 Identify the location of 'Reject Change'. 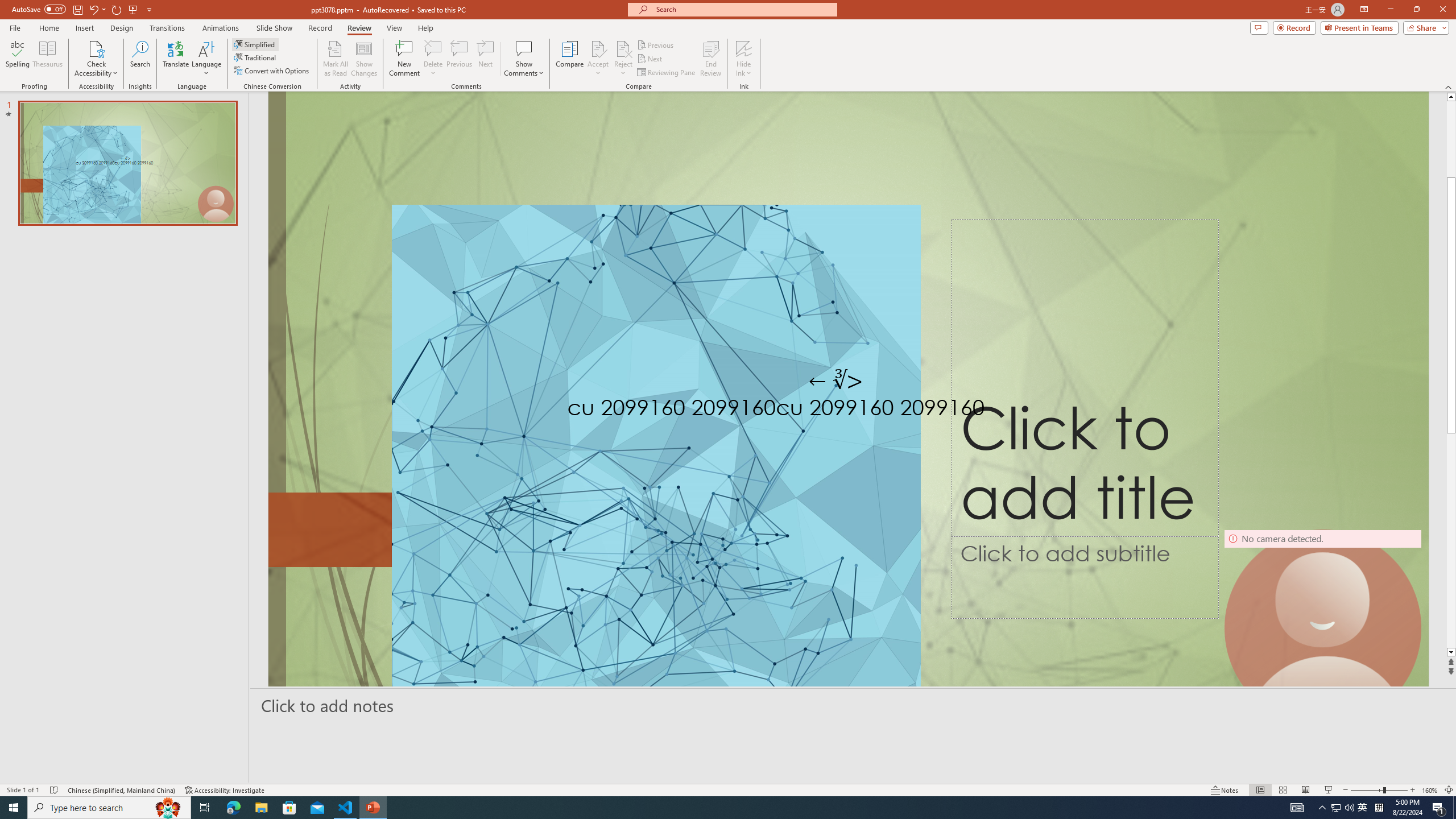
(622, 48).